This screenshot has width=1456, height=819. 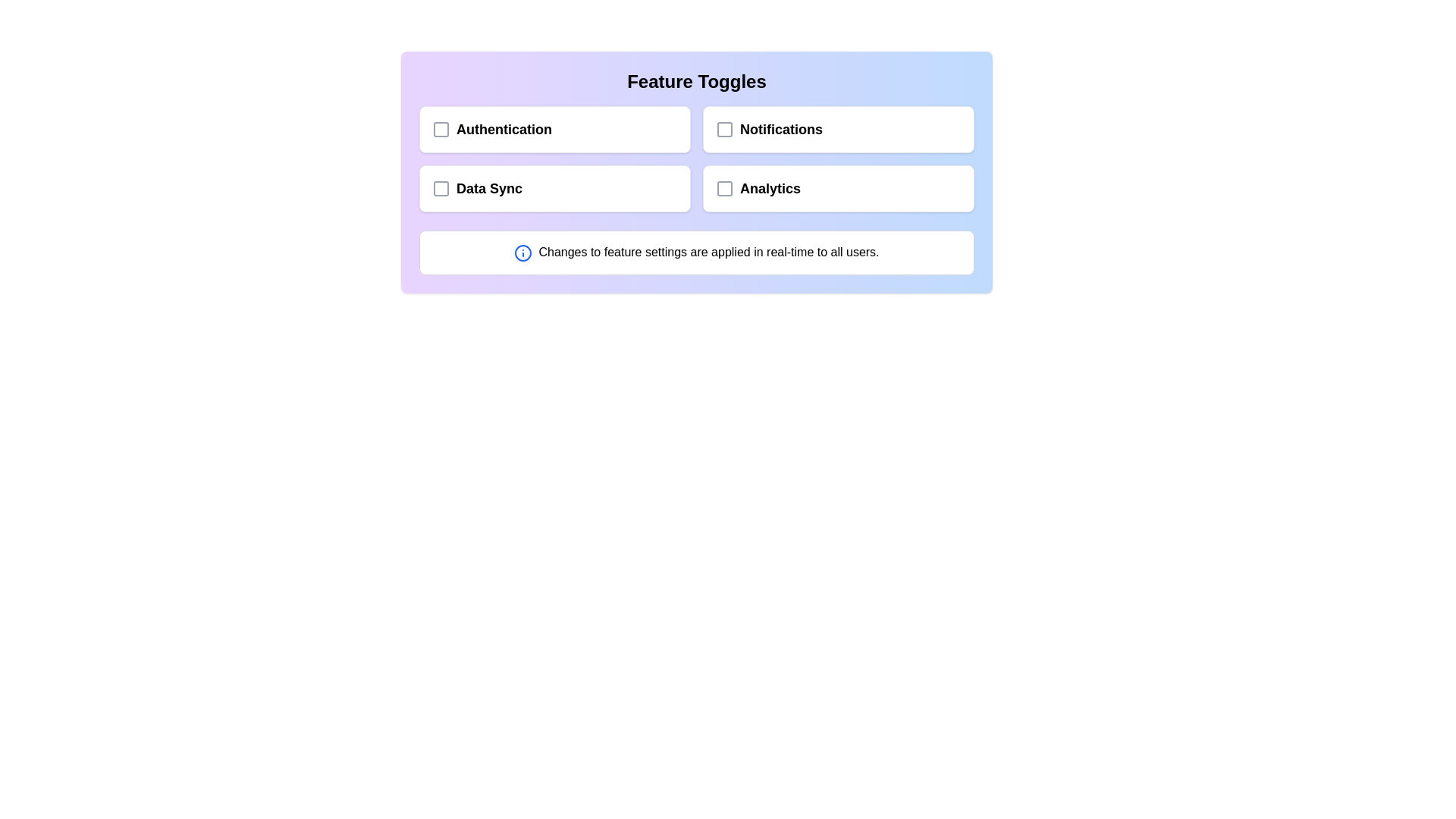 What do you see at coordinates (723, 188) in the screenshot?
I see `the visual indicator icon next to the 'Analytics' label in the 'Feature Toggles' section` at bounding box center [723, 188].